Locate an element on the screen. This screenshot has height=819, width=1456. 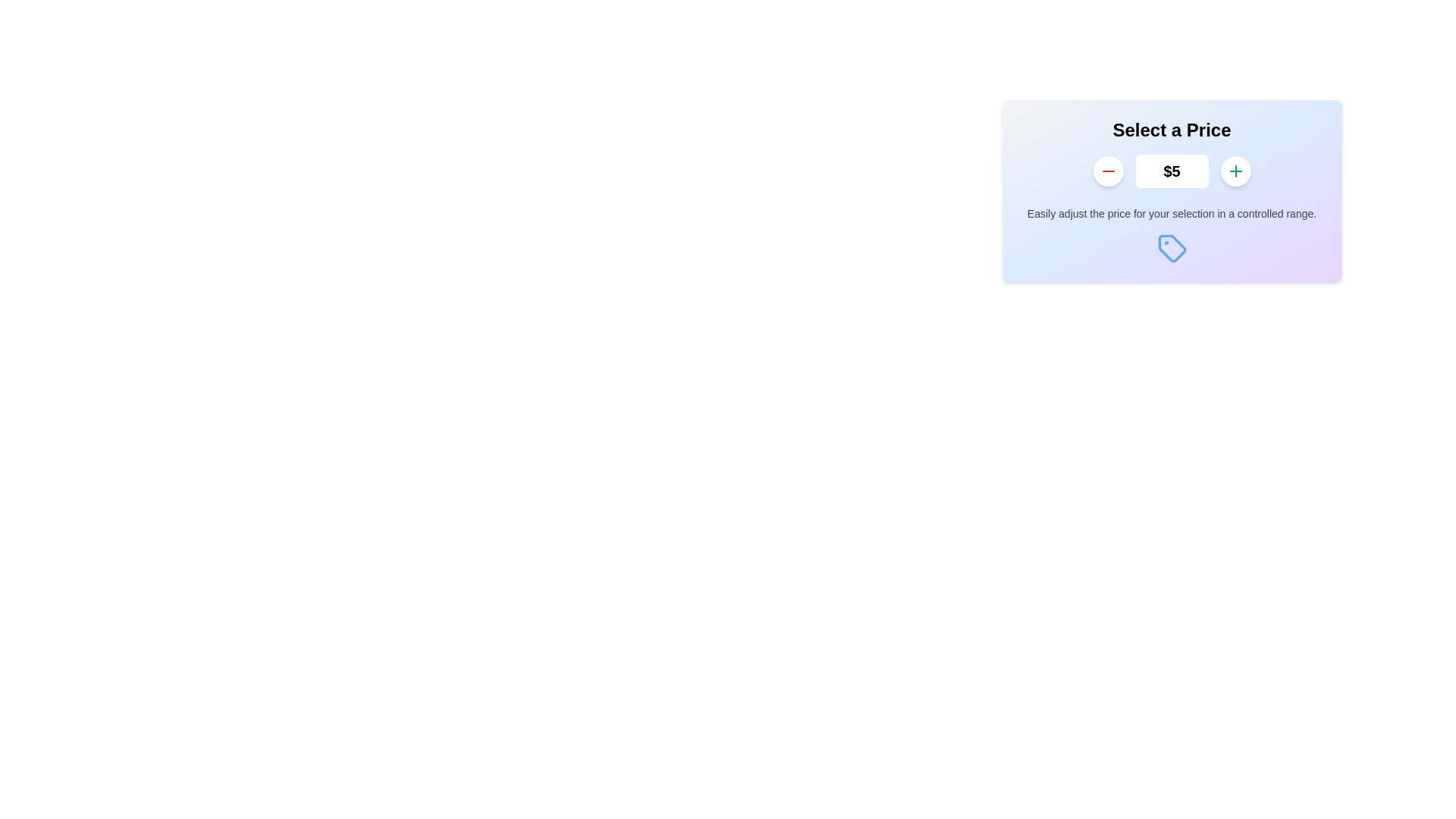
the green circular button with a '+' icon located to the right of the white rectangular box displaying '$5' to increase the value is located at coordinates (1235, 171).